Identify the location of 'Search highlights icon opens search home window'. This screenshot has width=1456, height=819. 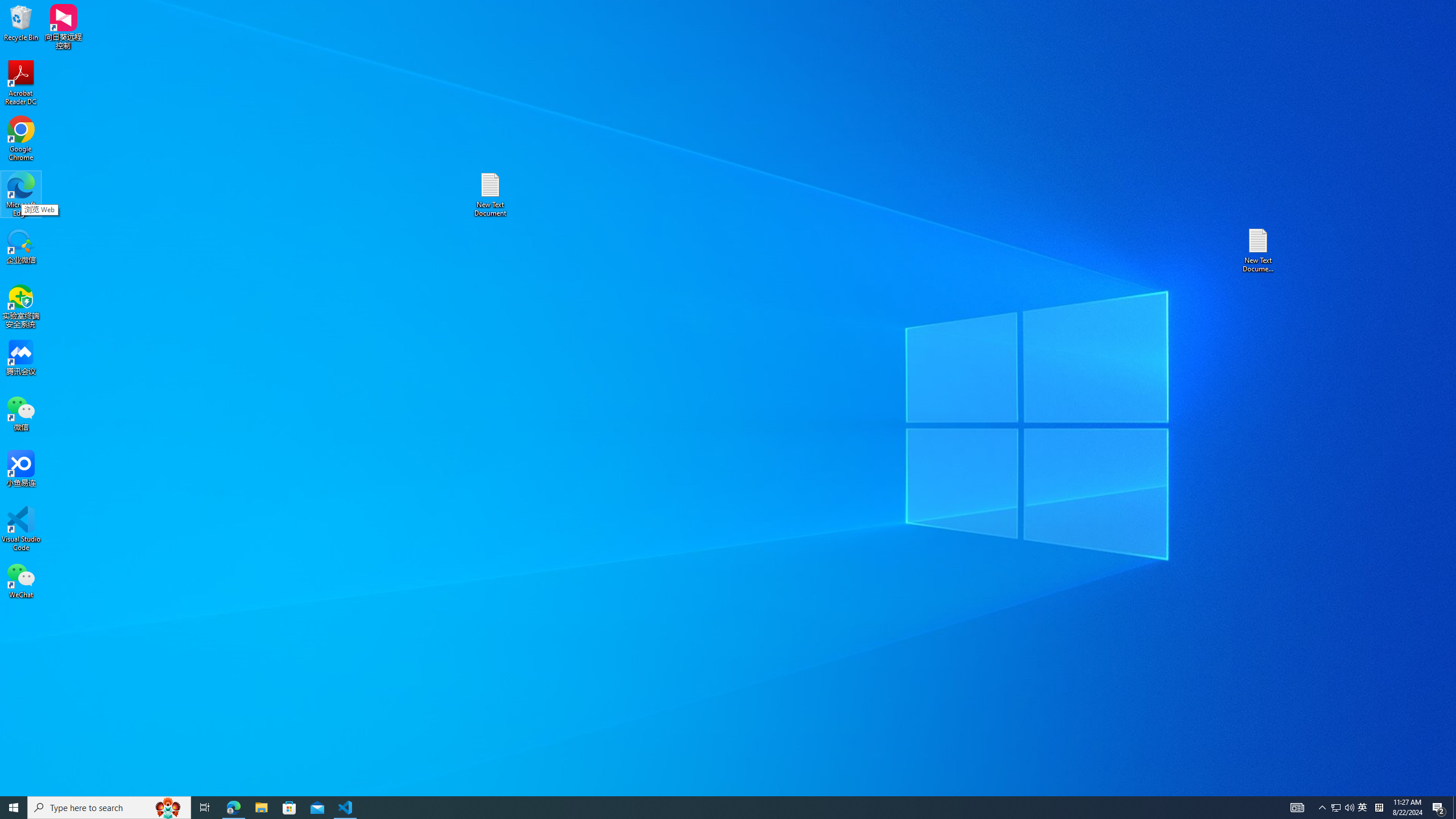
(167, 806).